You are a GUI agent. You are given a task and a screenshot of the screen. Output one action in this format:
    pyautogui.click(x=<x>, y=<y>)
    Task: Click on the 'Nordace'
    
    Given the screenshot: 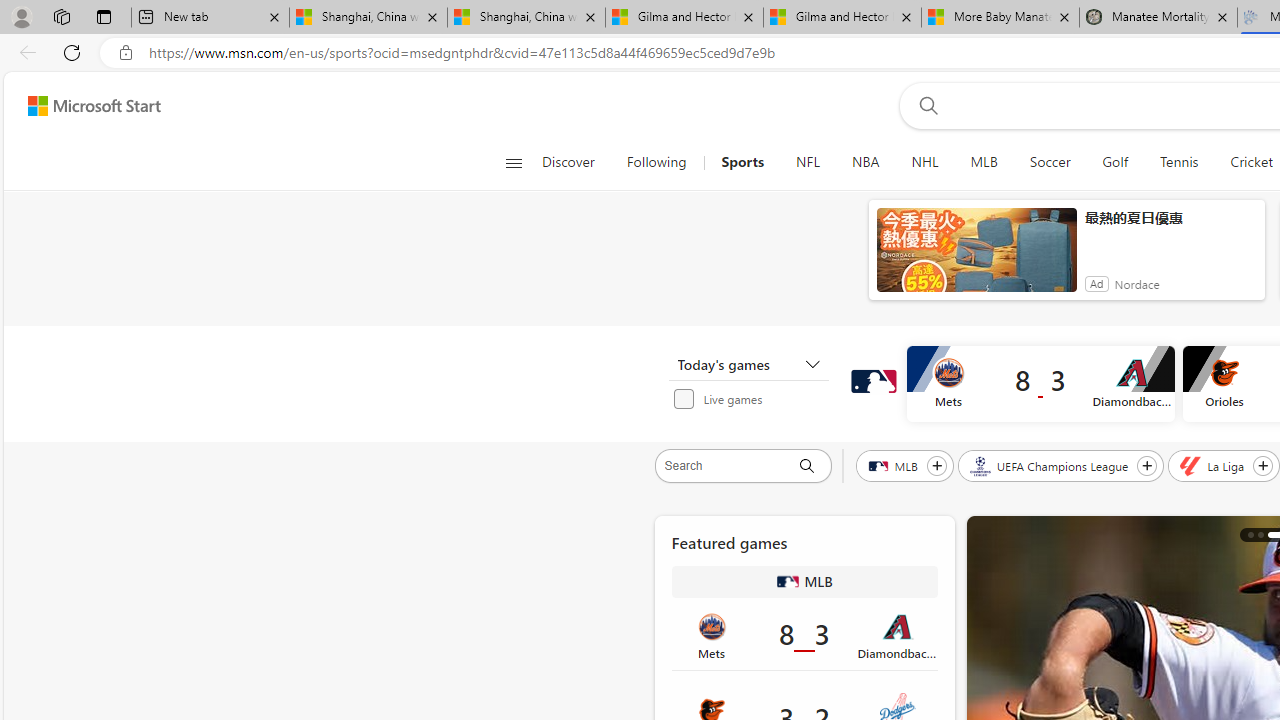 What is the action you would take?
    pyautogui.click(x=1136, y=284)
    